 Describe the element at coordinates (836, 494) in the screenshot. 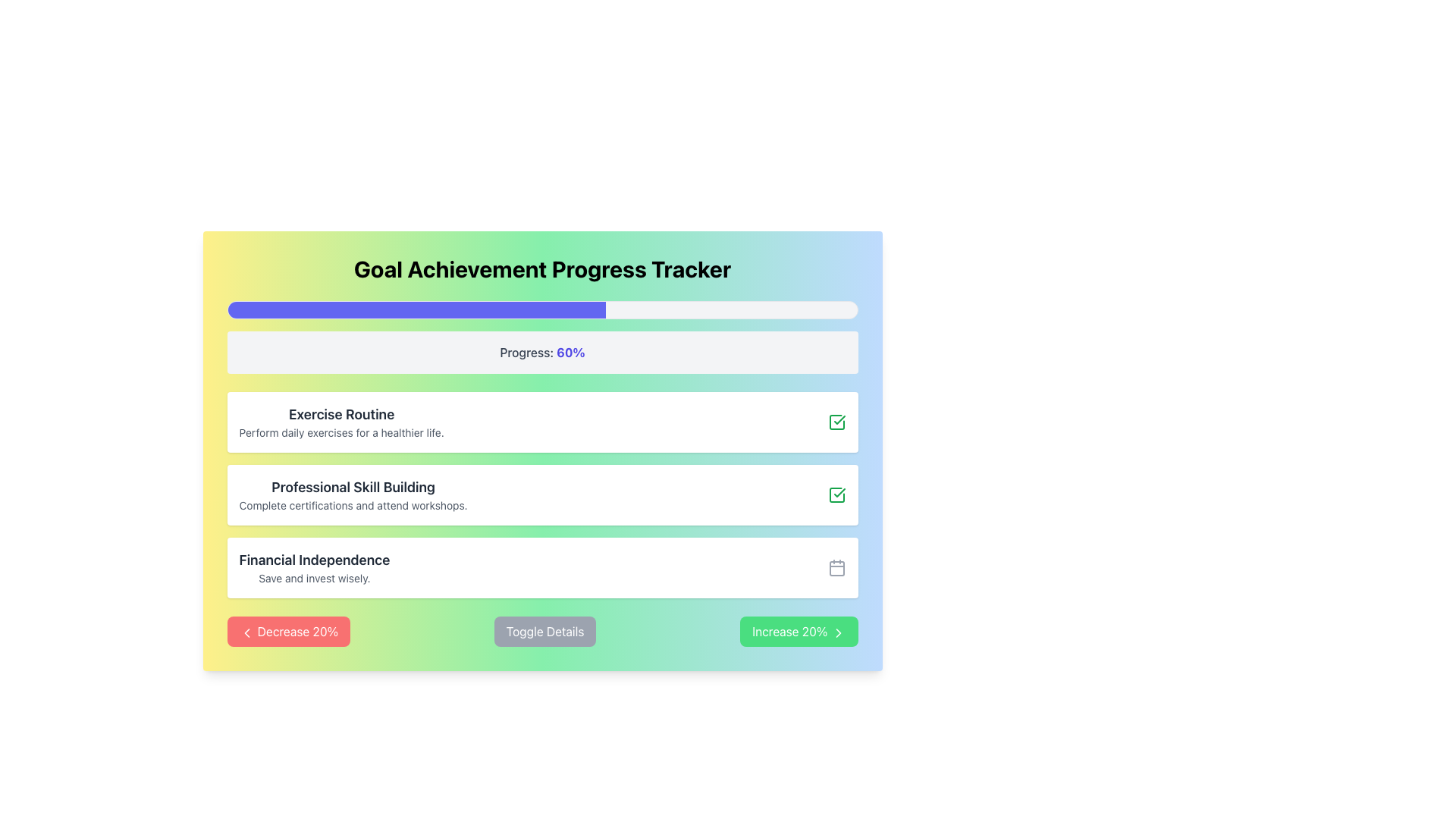

I see `the checkbox indicating task completion for 'Professional Skill Building' in the 'Goal Achievement Progress Tracker' section` at that location.